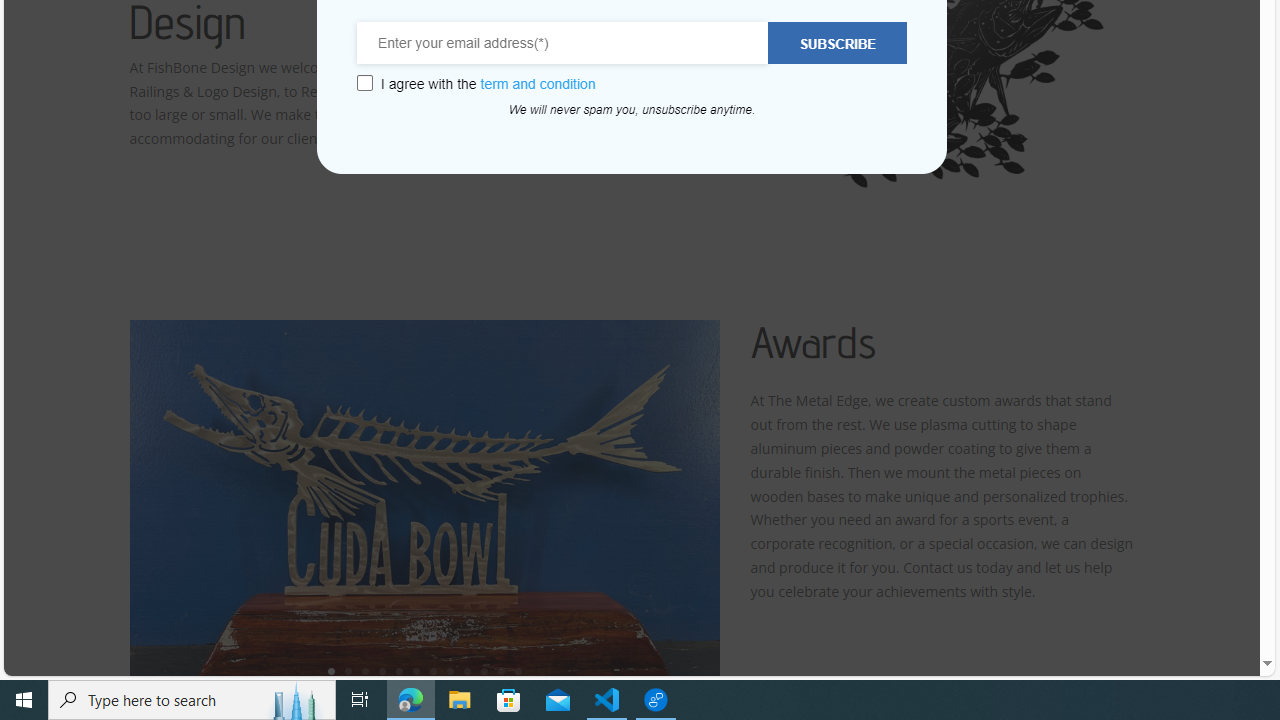 The height and width of the screenshot is (720, 1280). I want to click on 'term and condition', so click(538, 83).